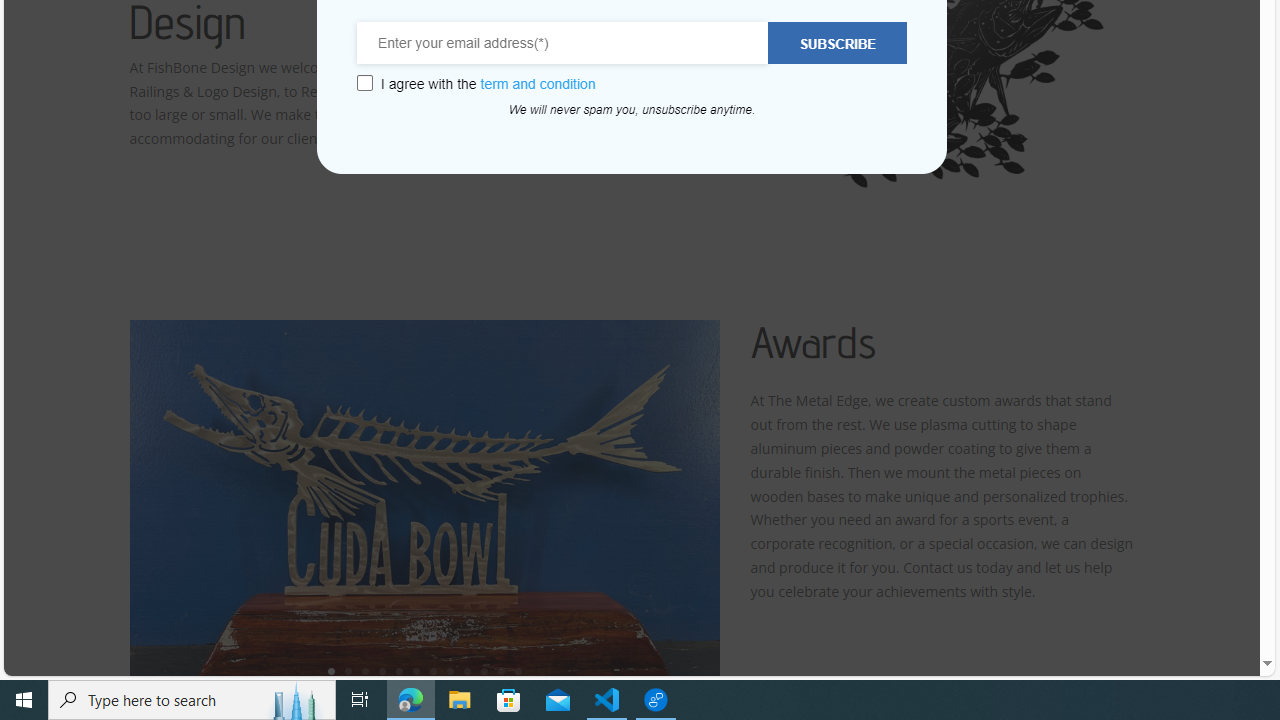 The height and width of the screenshot is (720, 1280). I want to click on 'term and condition', so click(538, 83).